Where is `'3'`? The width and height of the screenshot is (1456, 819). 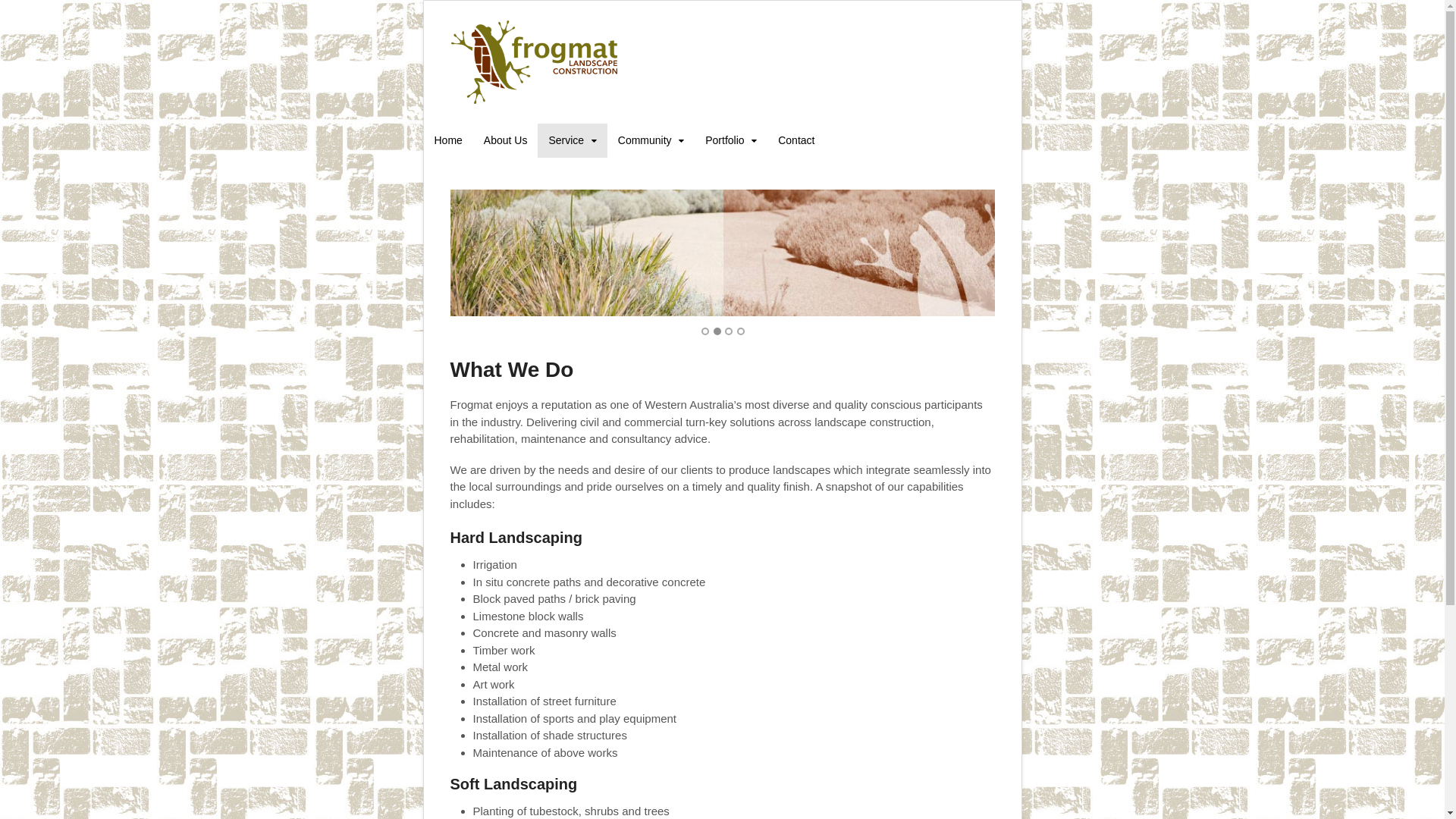 '3' is located at coordinates (723, 330).